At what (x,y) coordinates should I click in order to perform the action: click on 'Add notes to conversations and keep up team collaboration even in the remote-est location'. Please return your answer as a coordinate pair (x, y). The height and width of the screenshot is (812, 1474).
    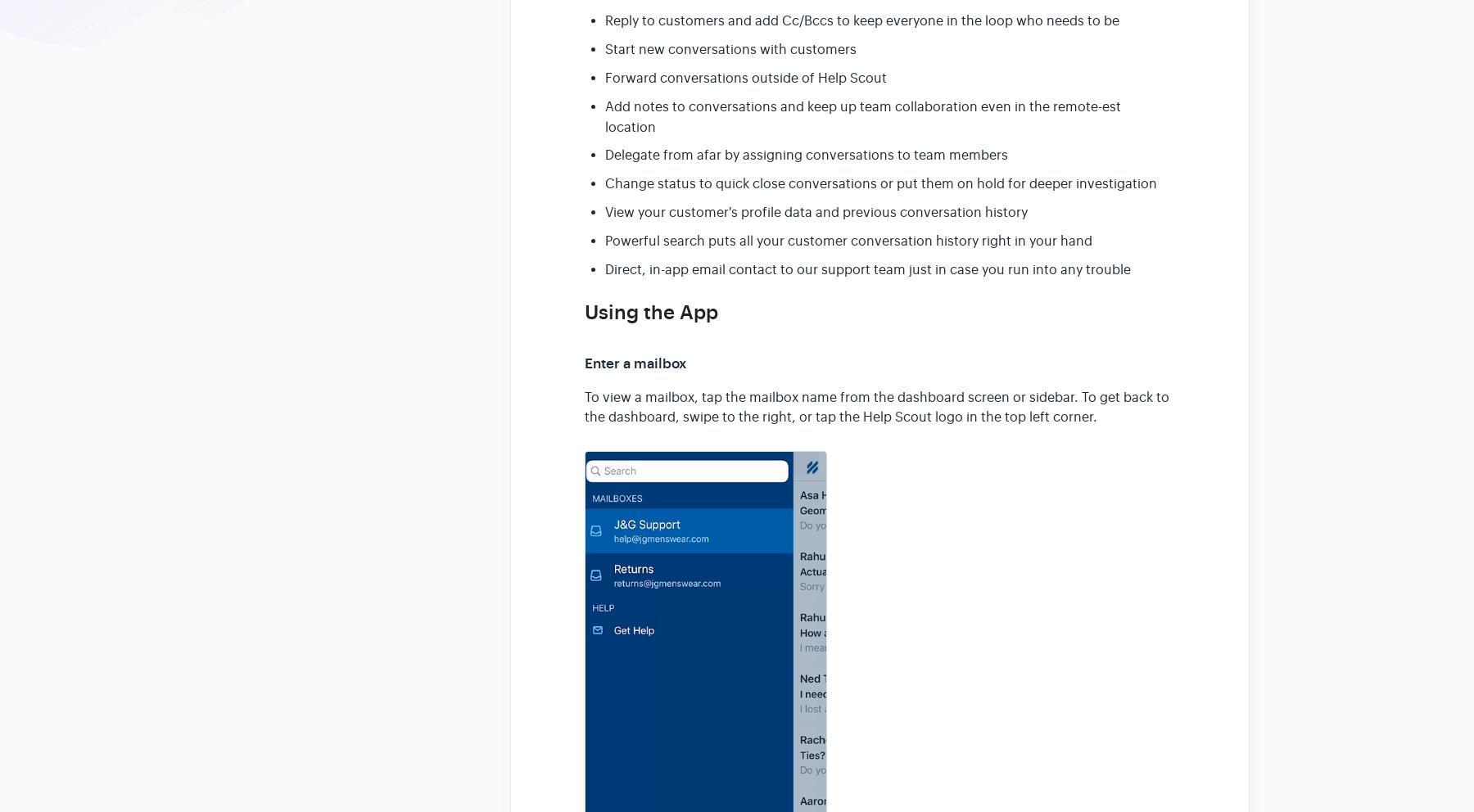
    Looking at the image, I should click on (863, 116).